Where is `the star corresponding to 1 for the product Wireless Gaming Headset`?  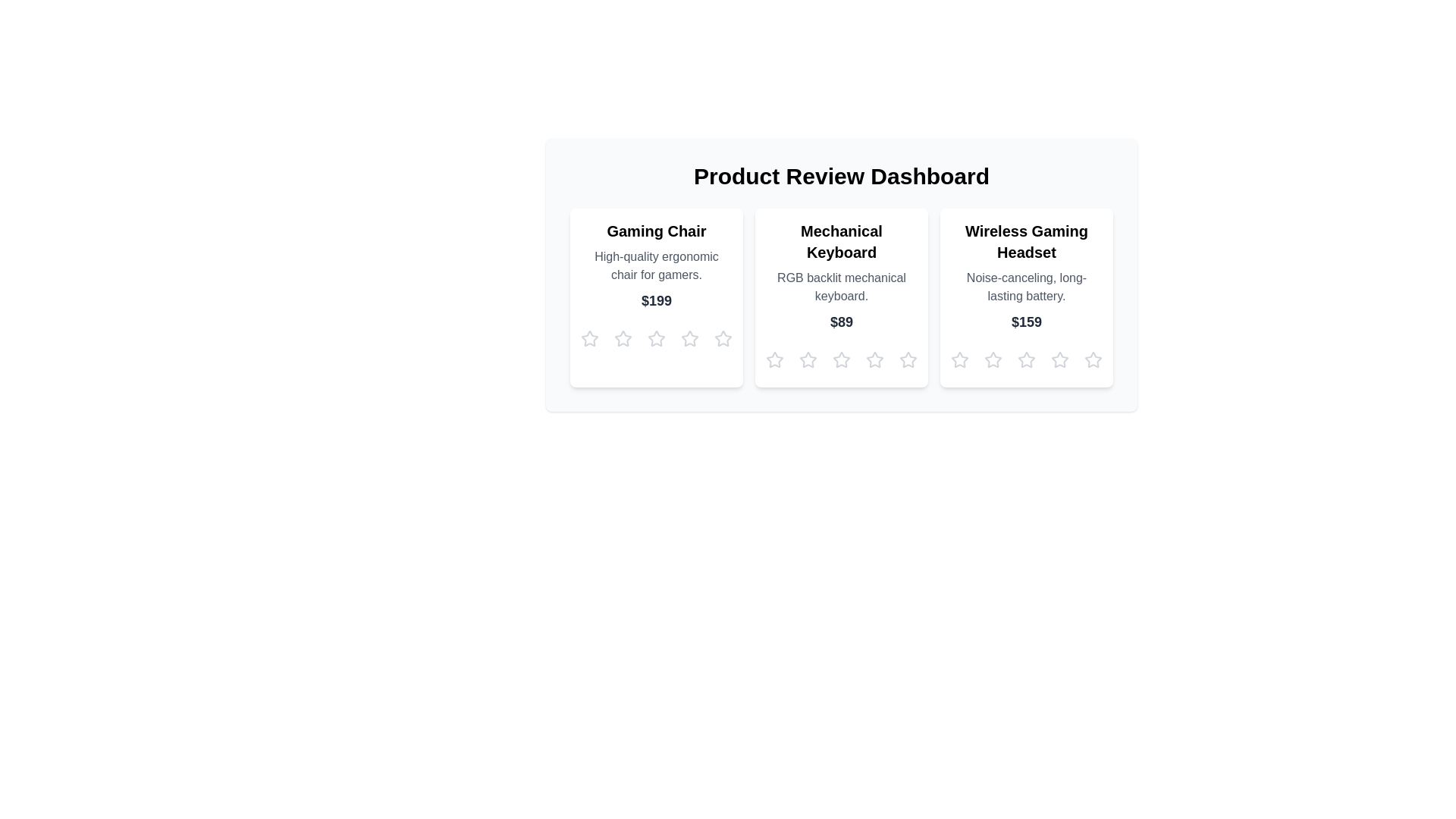
the star corresponding to 1 for the product Wireless Gaming Headset is located at coordinates (959, 359).